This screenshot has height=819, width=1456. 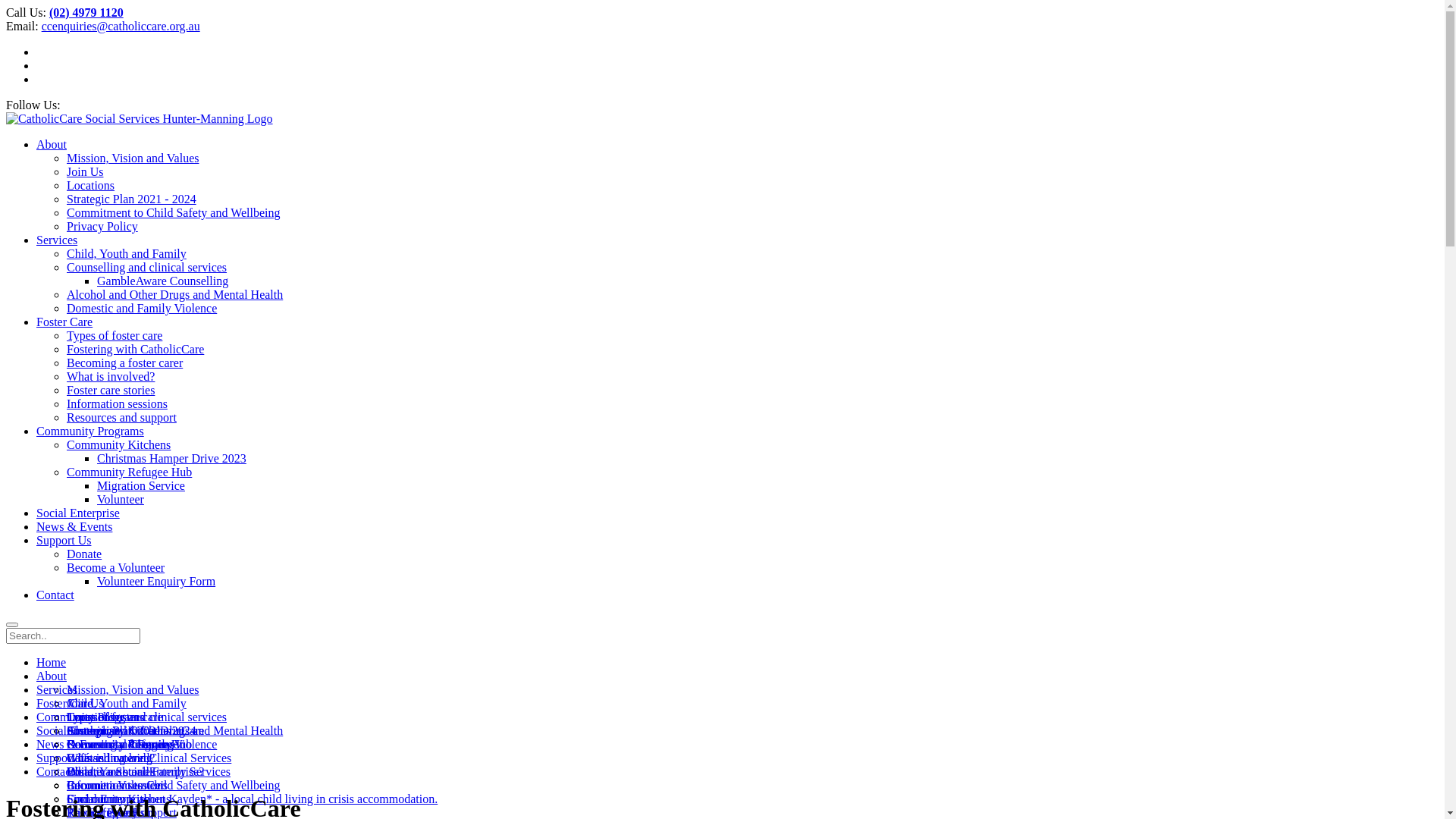 What do you see at coordinates (57, 689) in the screenshot?
I see `'Services'` at bounding box center [57, 689].